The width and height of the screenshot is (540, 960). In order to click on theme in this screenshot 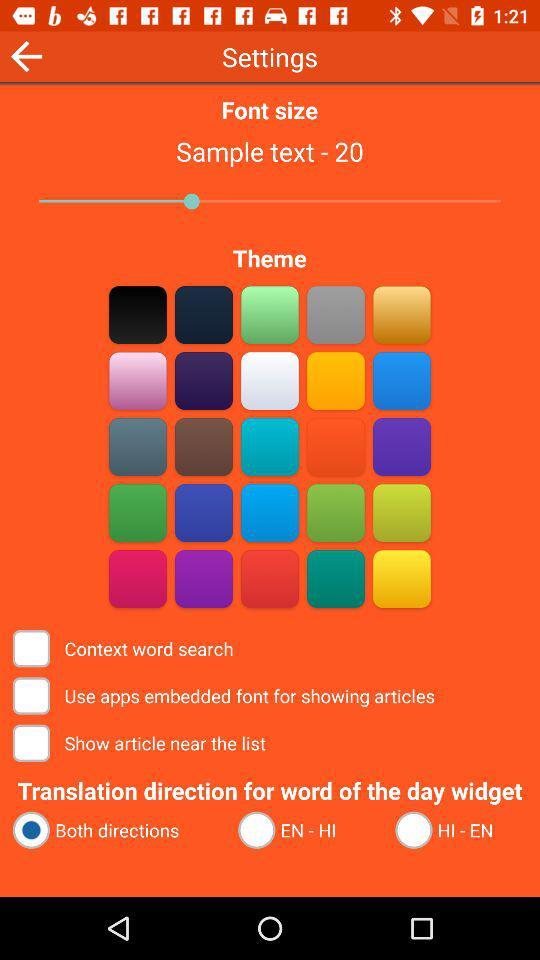, I will do `click(137, 446)`.